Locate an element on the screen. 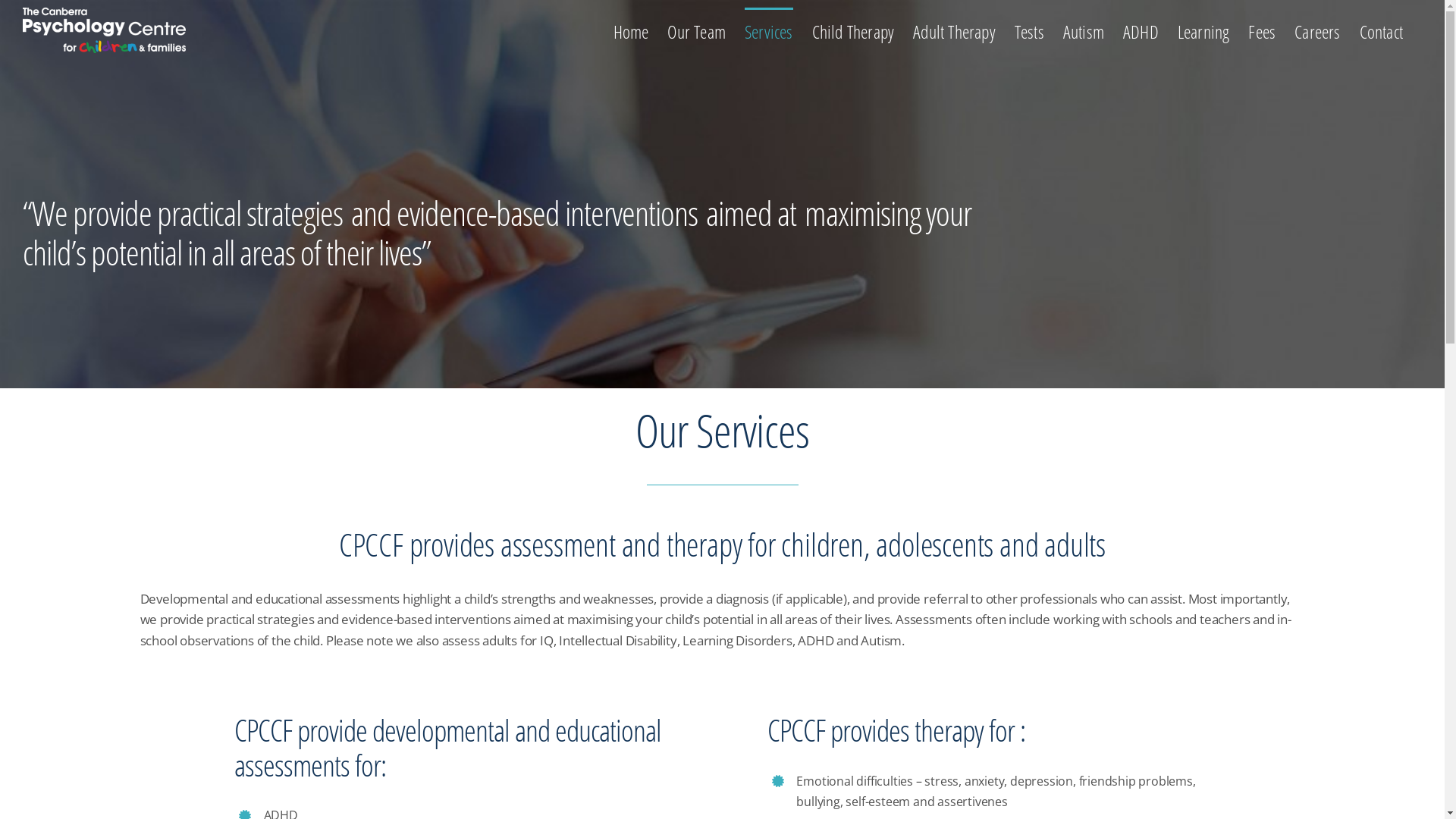 The width and height of the screenshot is (1456, 819). 'Adult Therapy' is located at coordinates (953, 30).